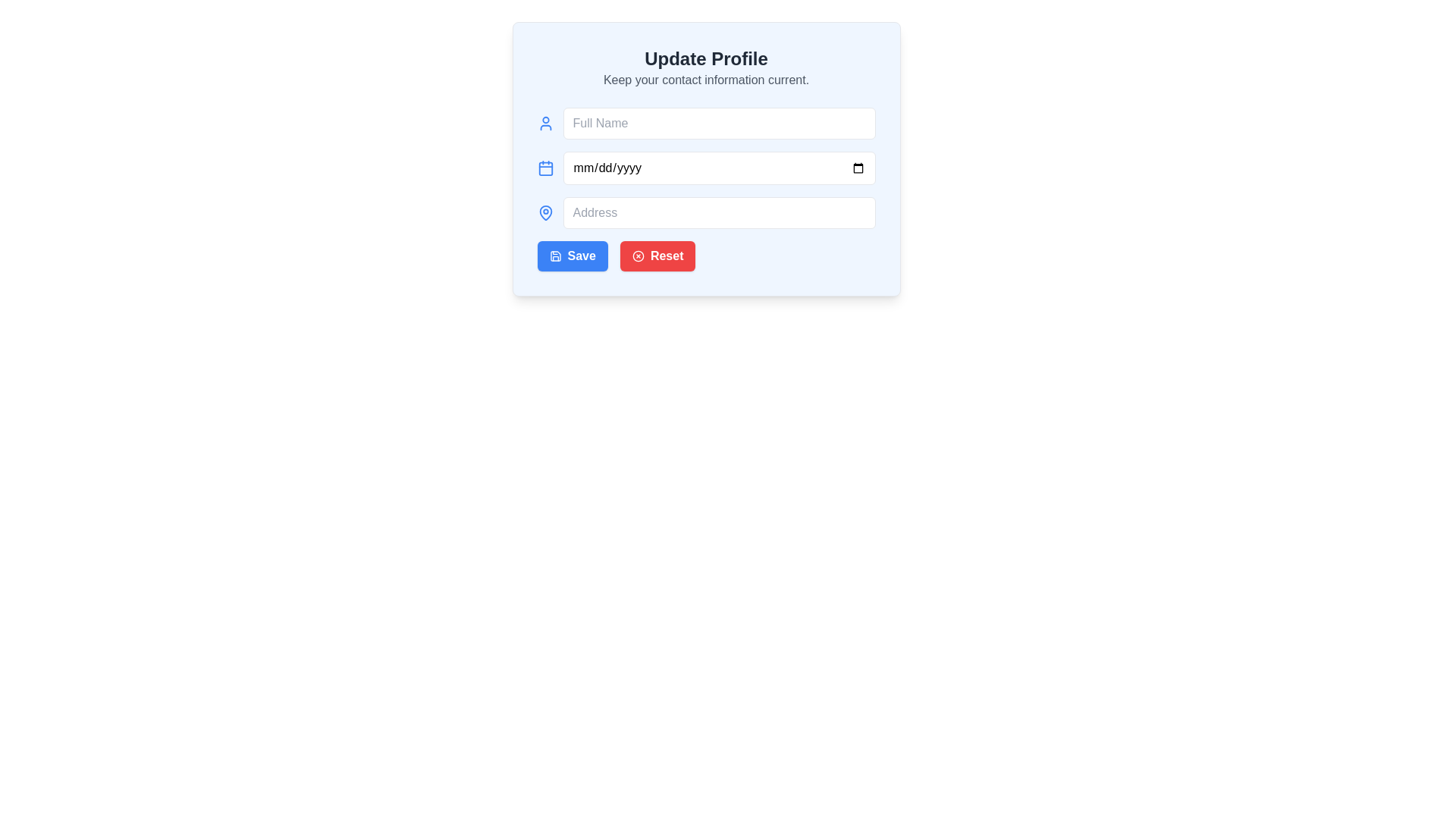 The image size is (1456, 819). What do you see at coordinates (638, 256) in the screenshot?
I see `the 'Reset' button located at the bottom right of the interface, which is visually indicated by the icon to its left` at bounding box center [638, 256].